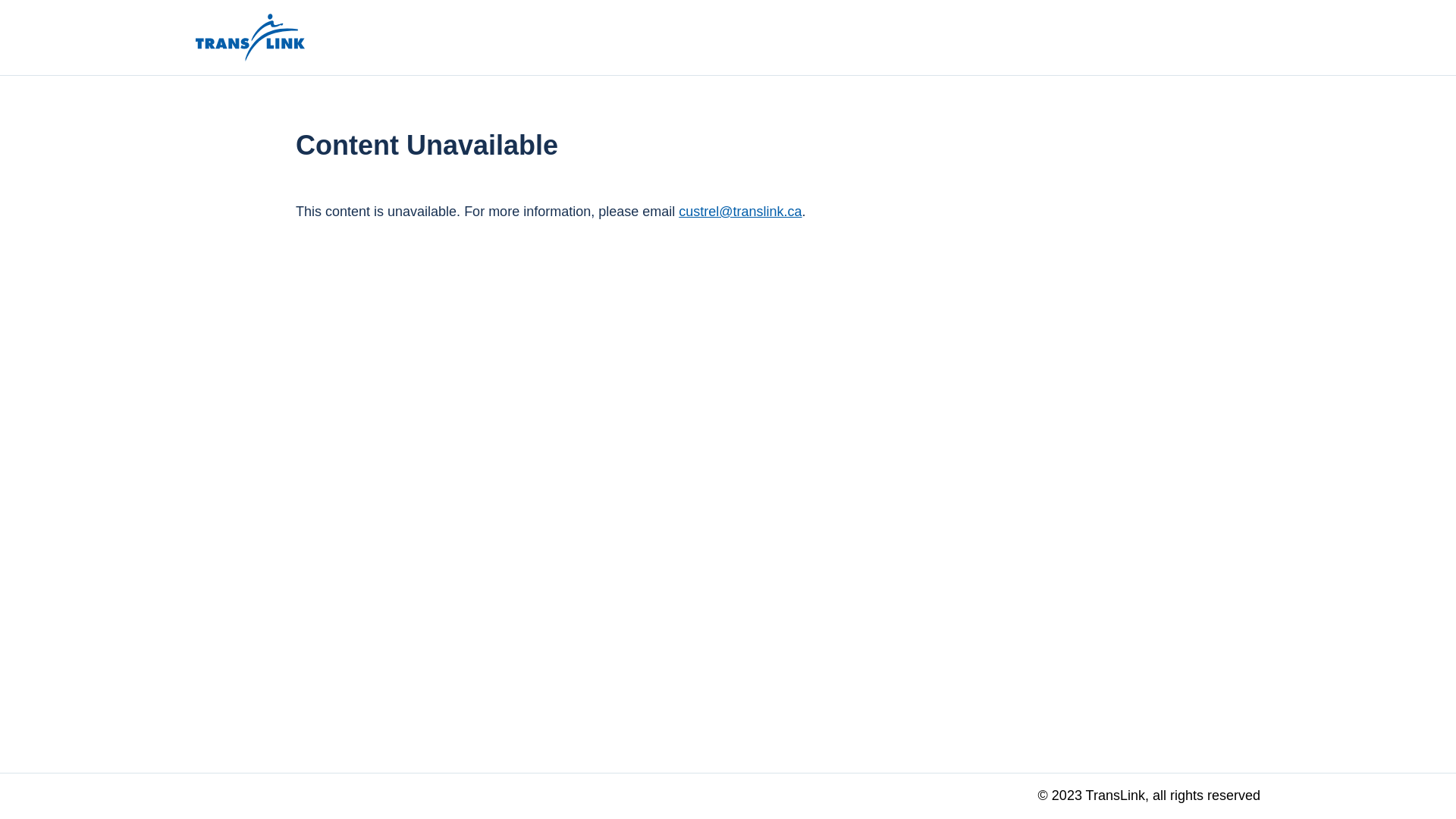 The image size is (1456, 819). Describe the element at coordinates (739, 211) in the screenshot. I see `'custrel@translink.ca'` at that location.